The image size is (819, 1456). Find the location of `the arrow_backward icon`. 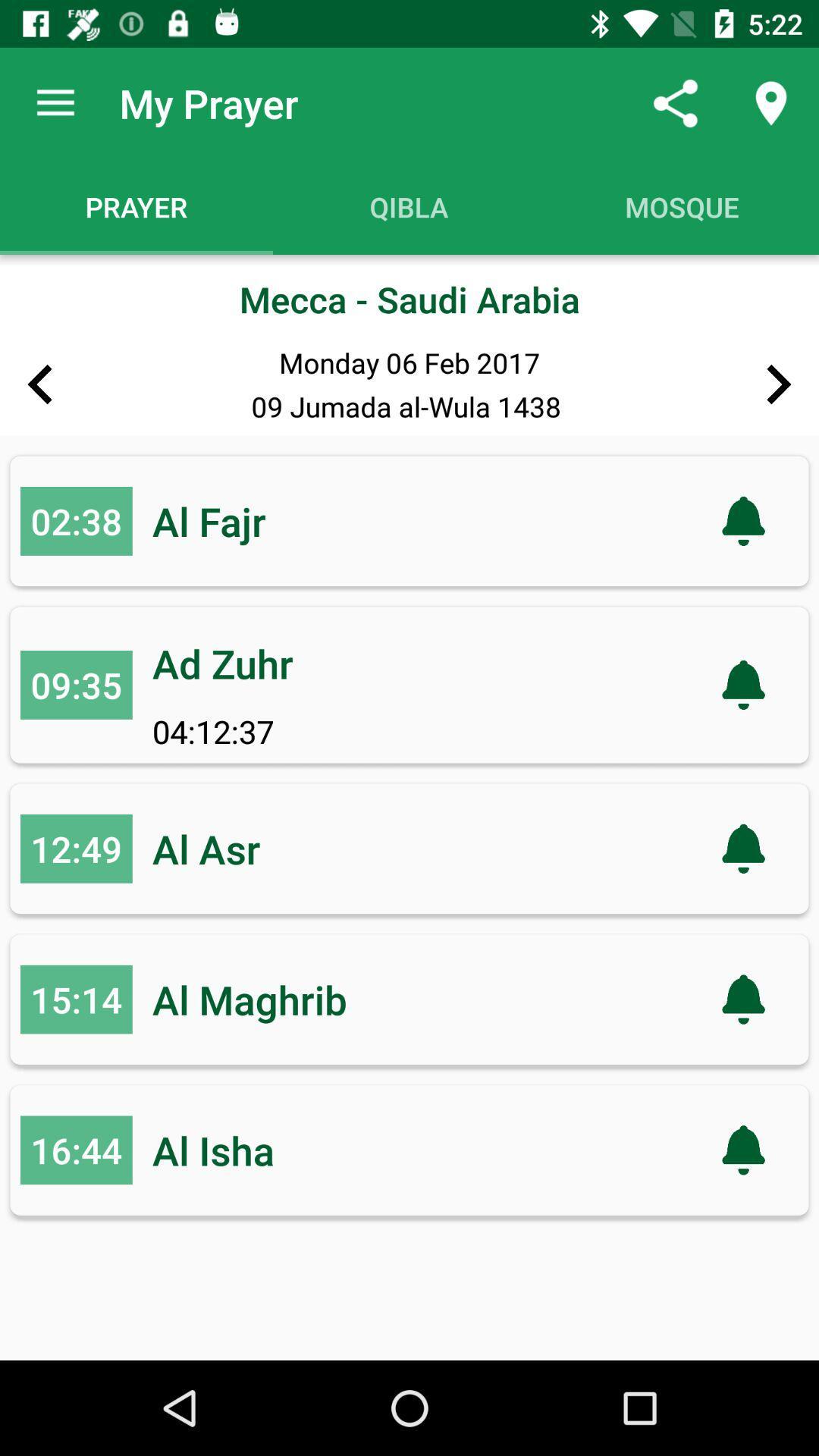

the arrow_backward icon is located at coordinates (39, 384).